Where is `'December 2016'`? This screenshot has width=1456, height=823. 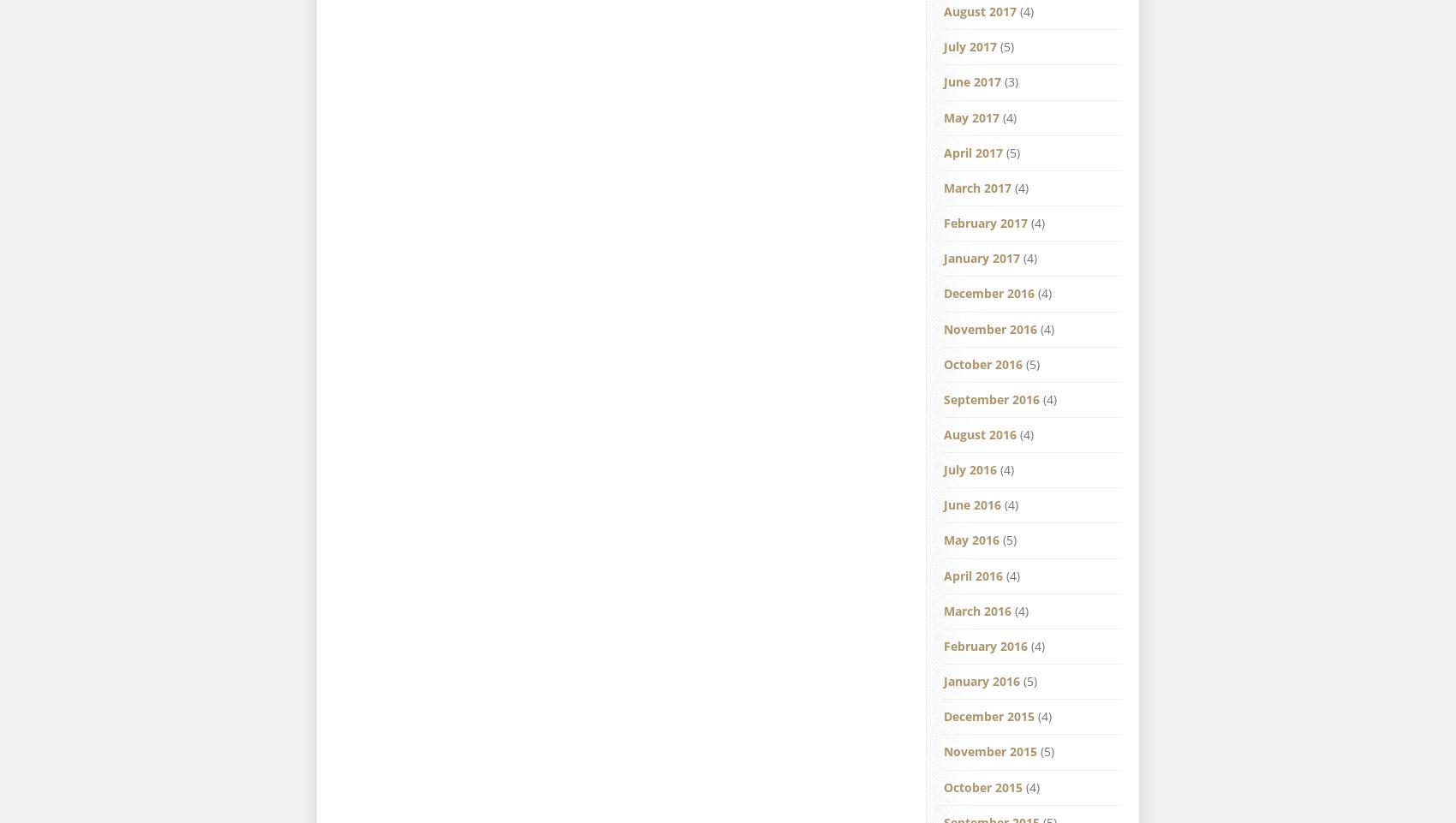 'December 2016' is located at coordinates (988, 292).